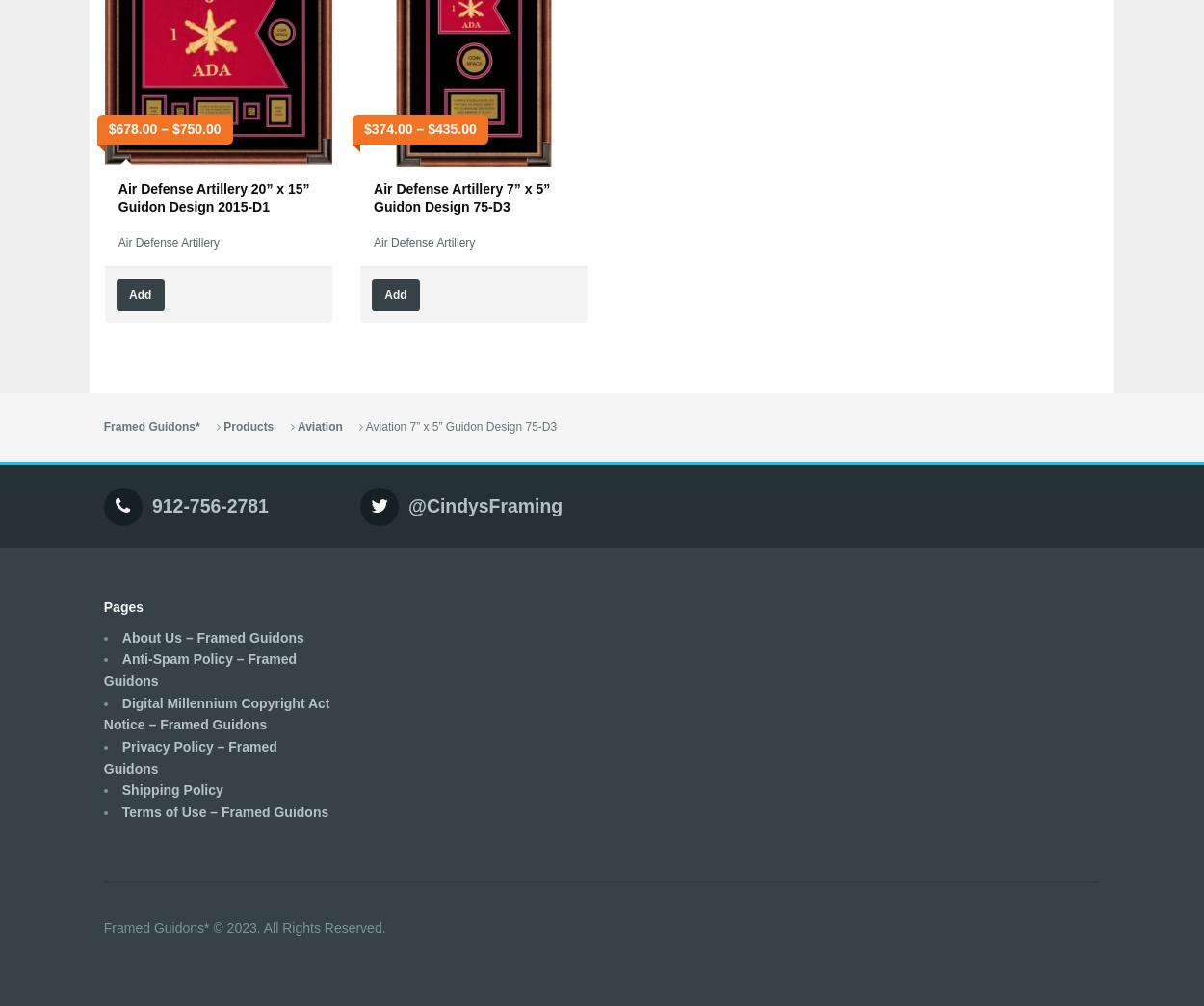 This screenshot has width=1204, height=1006. I want to click on 'Anti-Spam Policy – Framed Guidons', so click(198, 669).